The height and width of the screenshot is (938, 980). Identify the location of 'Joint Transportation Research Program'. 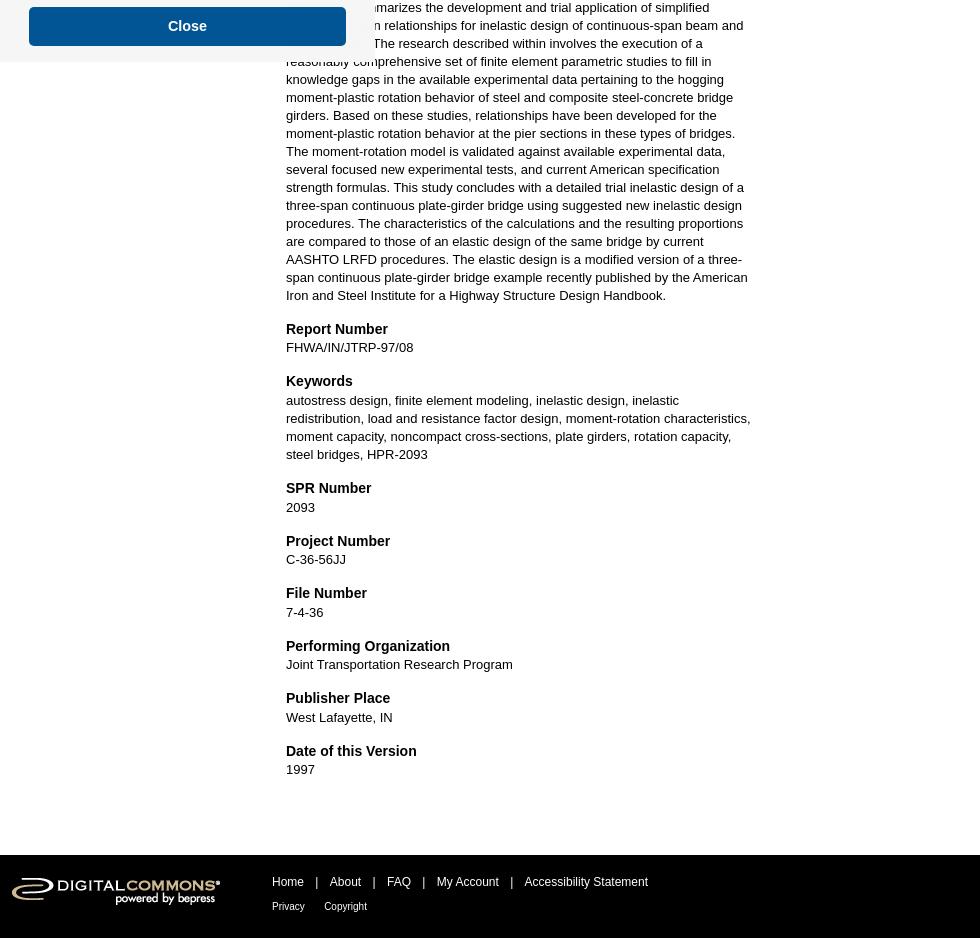
(398, 663).